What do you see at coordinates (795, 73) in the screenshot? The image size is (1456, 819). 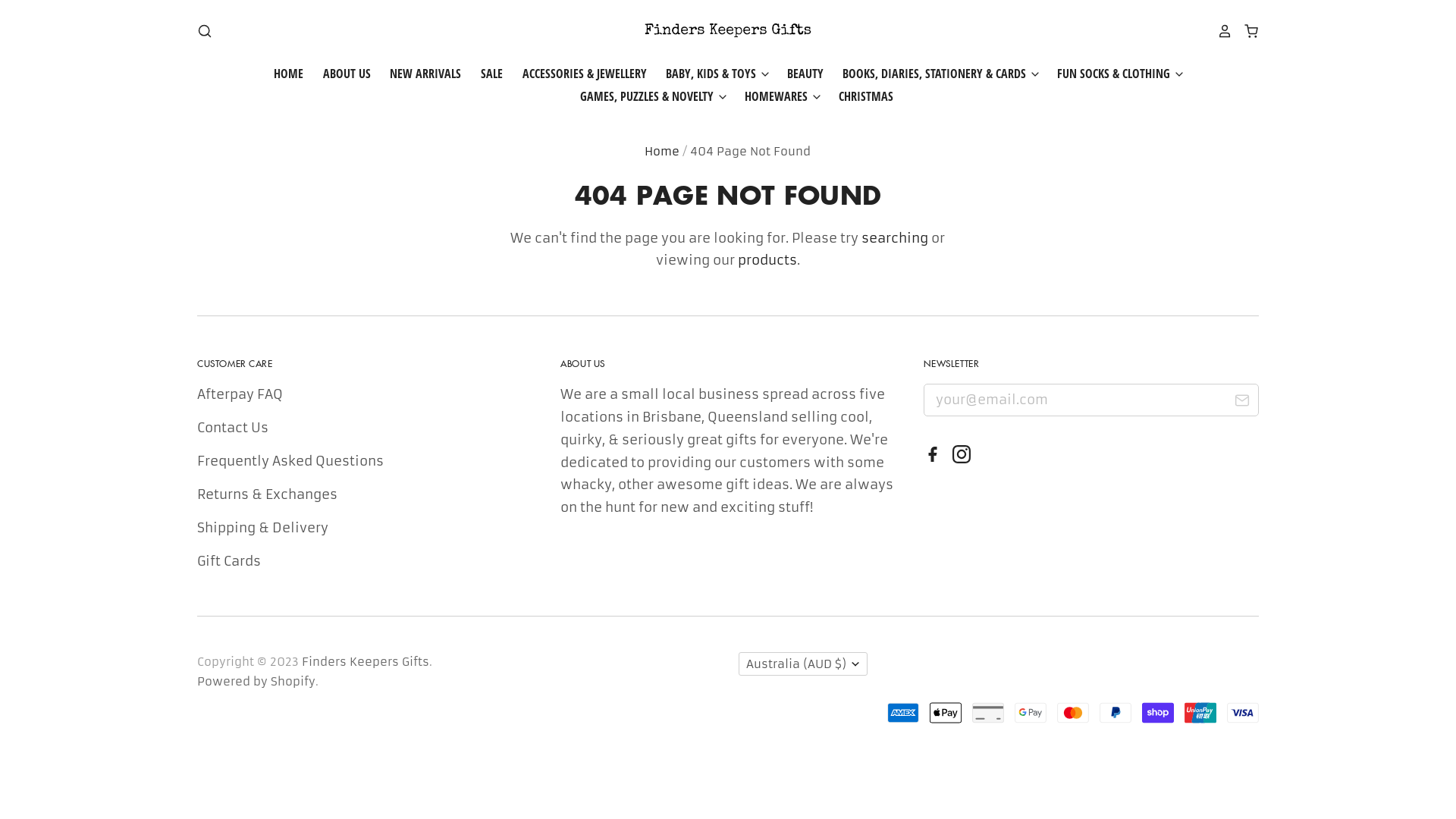 I see `'BEAUTY'` at bounding box center [795, 73].